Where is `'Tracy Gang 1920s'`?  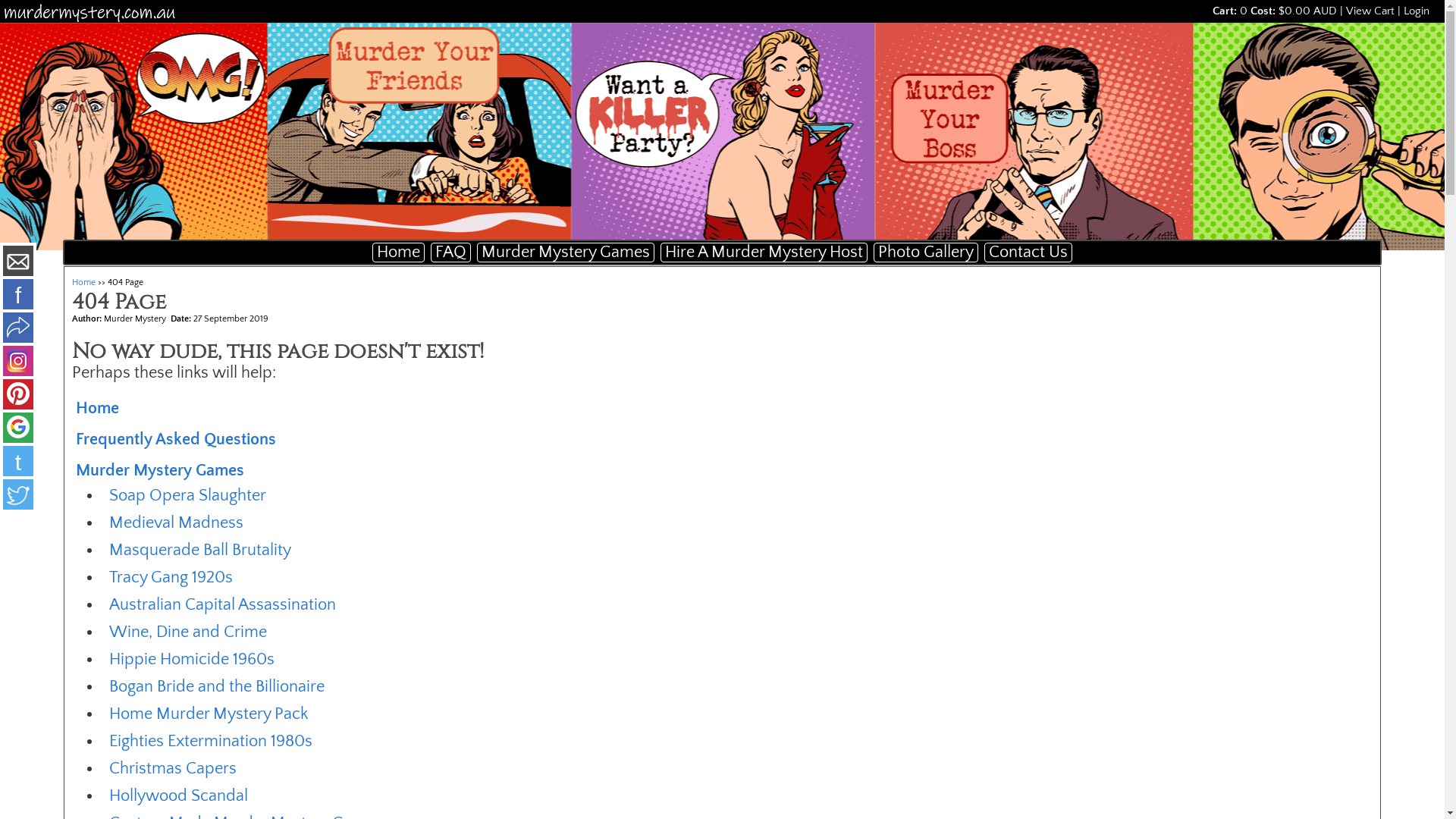 'Tracy Gang 1920s' is located at coordinates (171, 577).